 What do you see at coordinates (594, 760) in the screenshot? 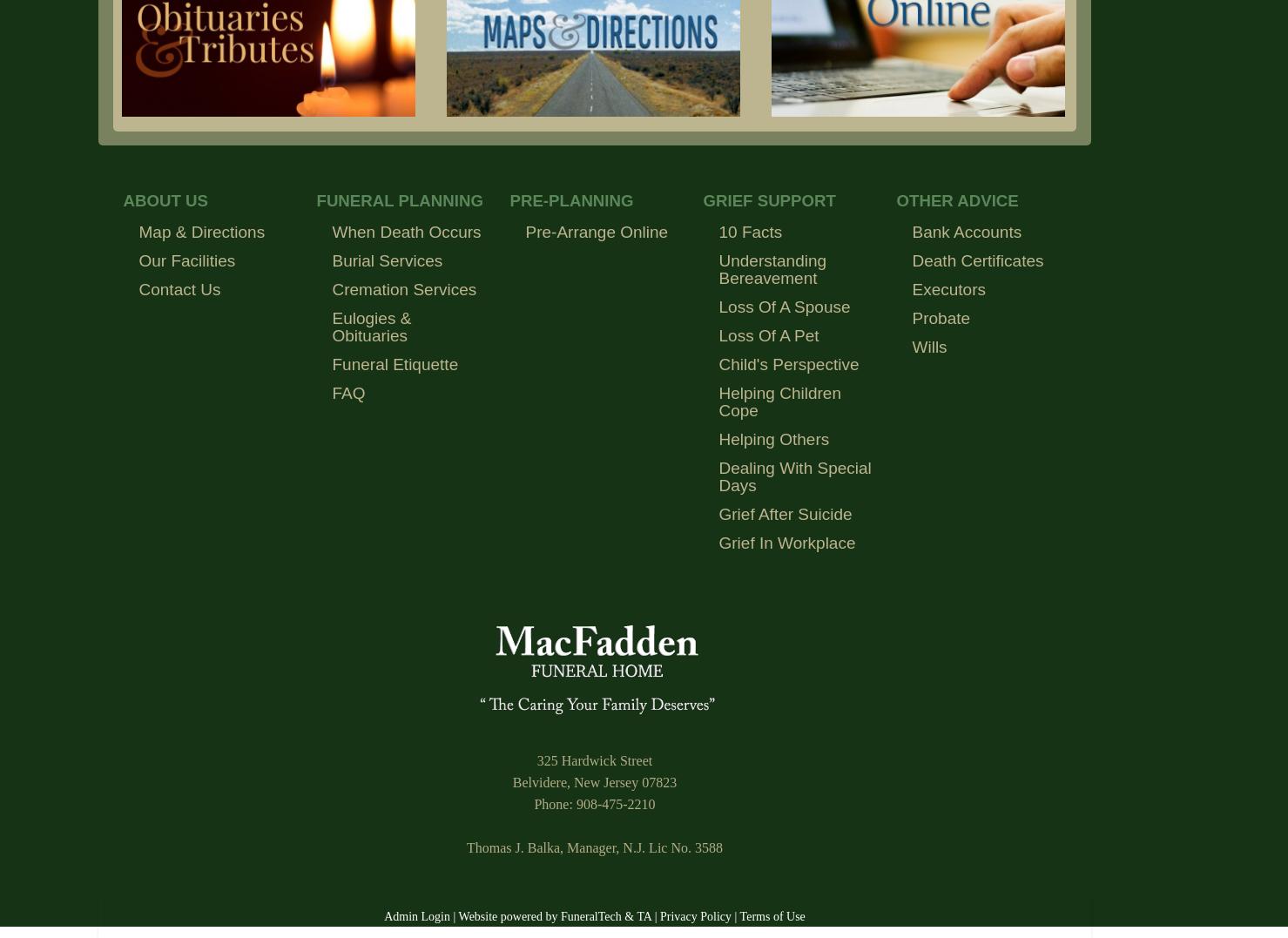
I see `'325 Hardwick Street'` at bounding box center [594, 760].